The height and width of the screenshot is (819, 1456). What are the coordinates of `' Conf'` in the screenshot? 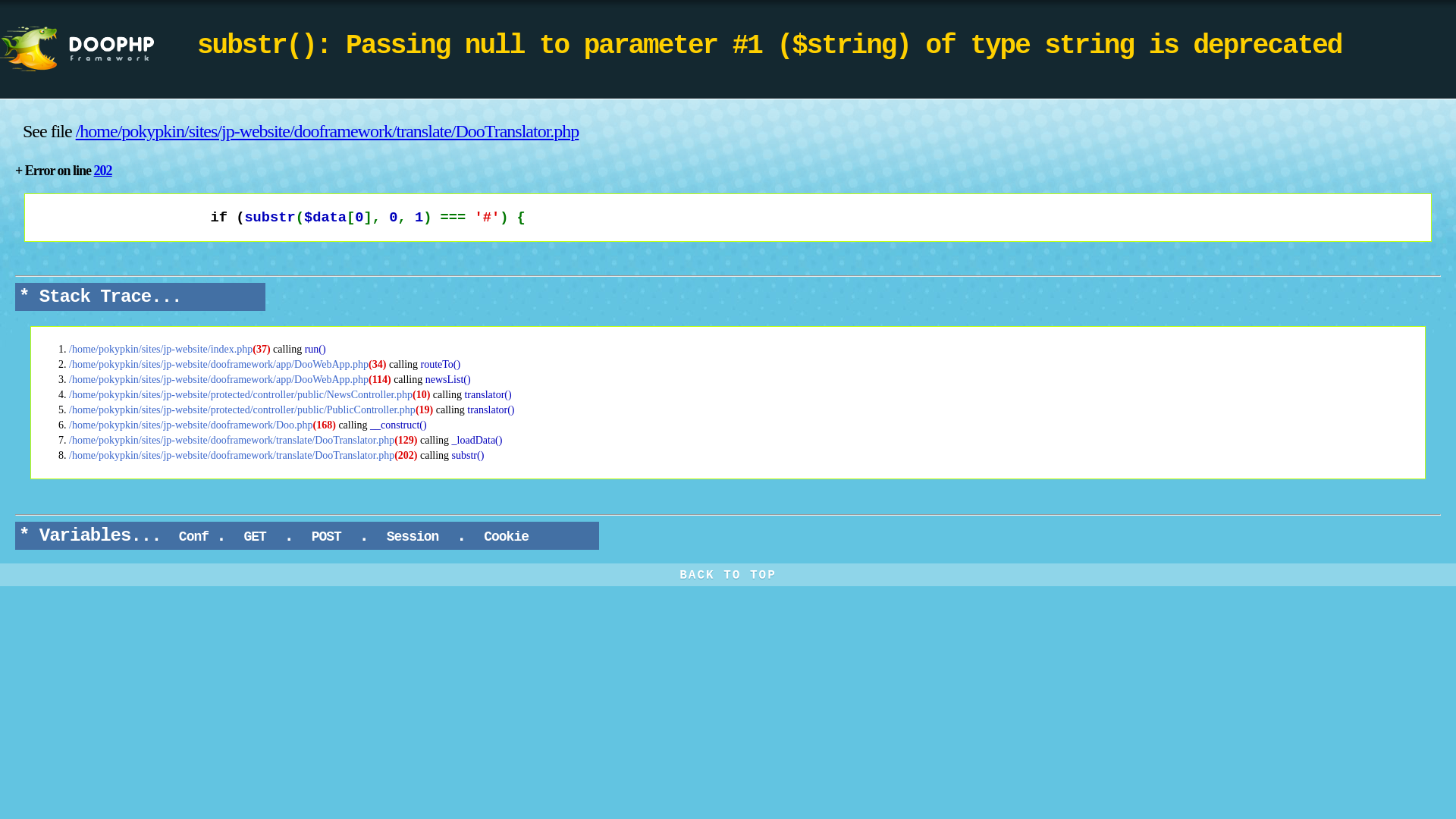 It's located at (193, 536).